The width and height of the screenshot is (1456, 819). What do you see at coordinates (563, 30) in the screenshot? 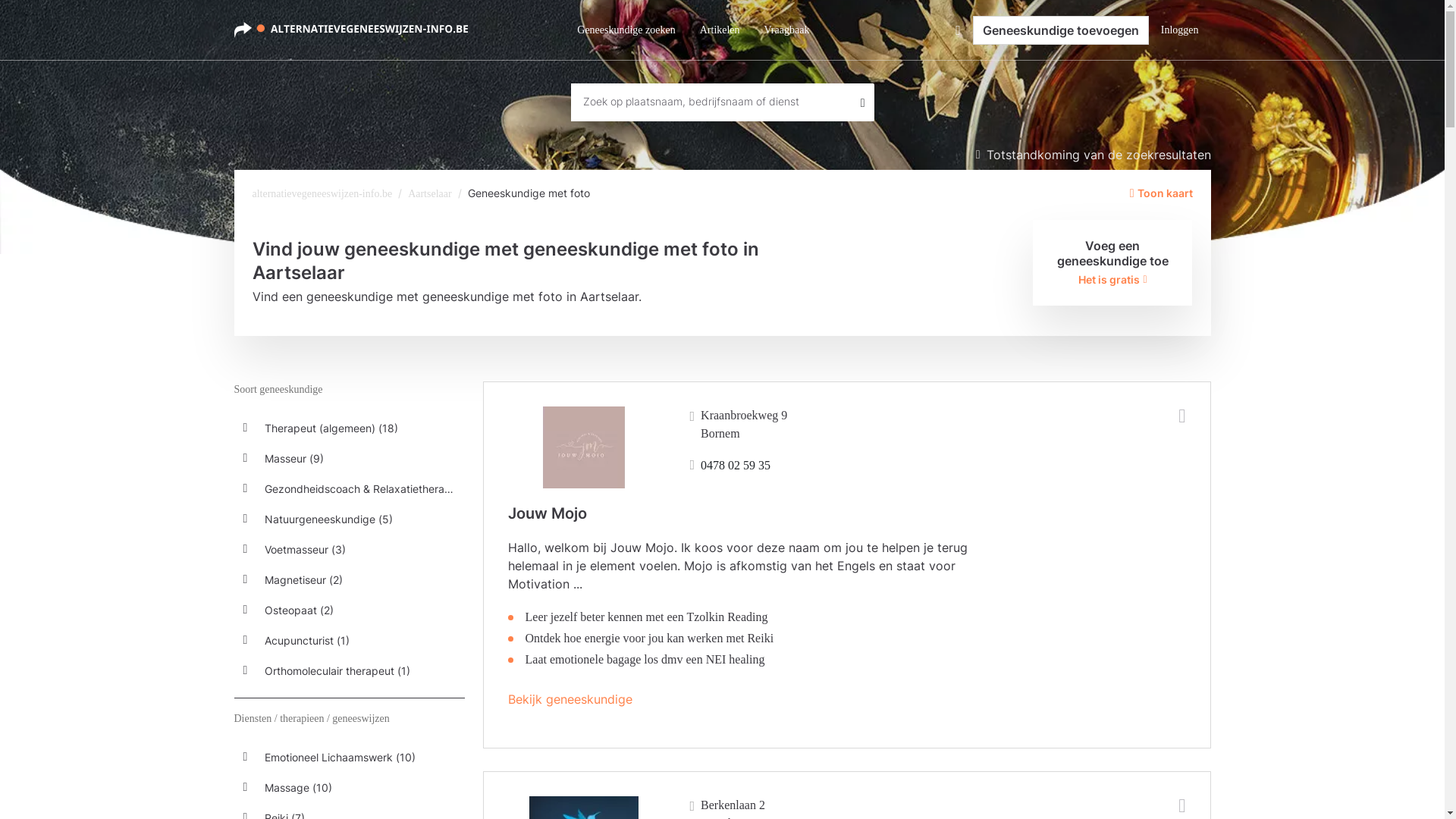
I see `'Geneeskundige zoeken'` at bounding box center [563, 30].